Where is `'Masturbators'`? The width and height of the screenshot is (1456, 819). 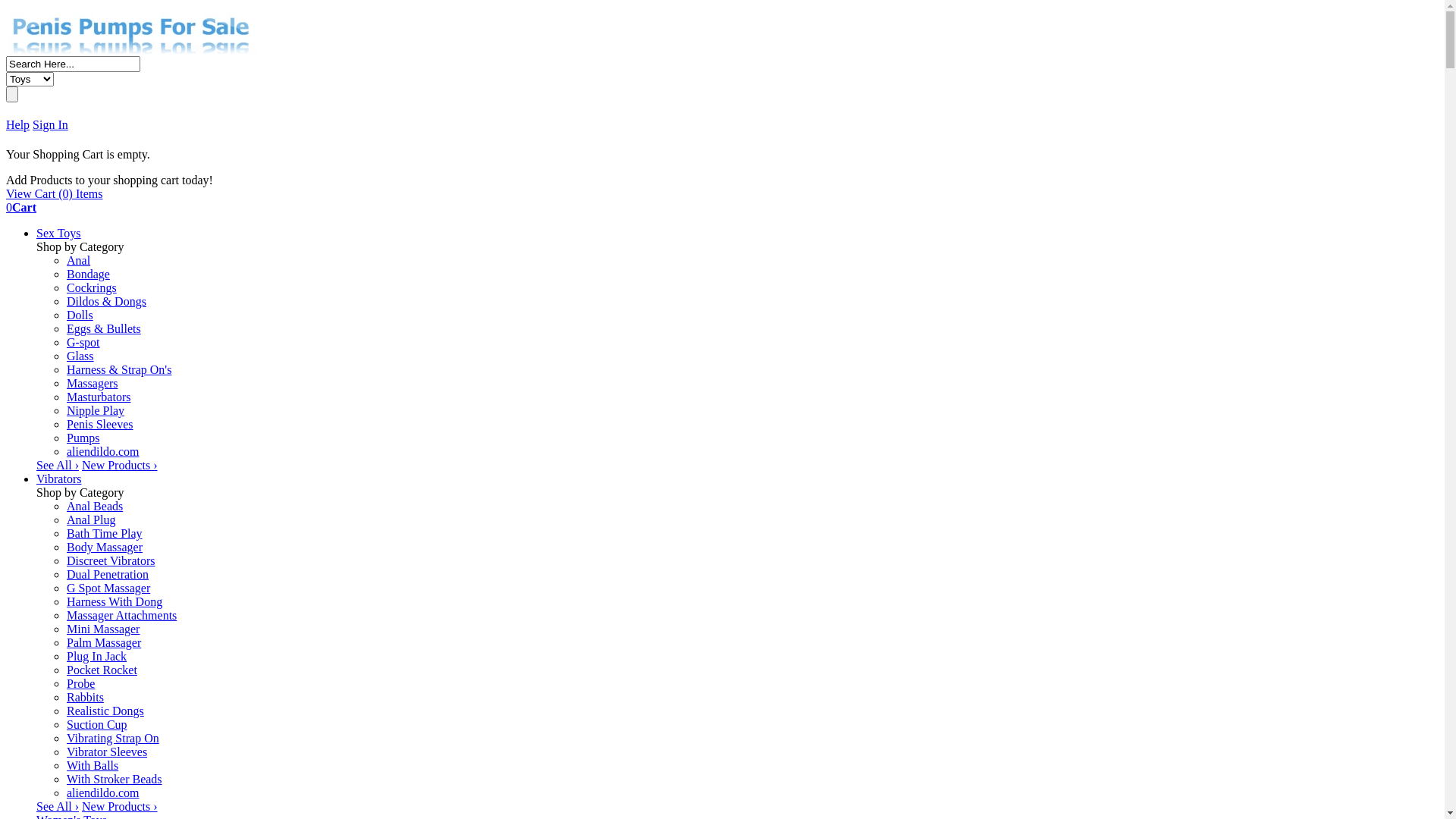 'Masturbators' is located at coordinates (97, 396).